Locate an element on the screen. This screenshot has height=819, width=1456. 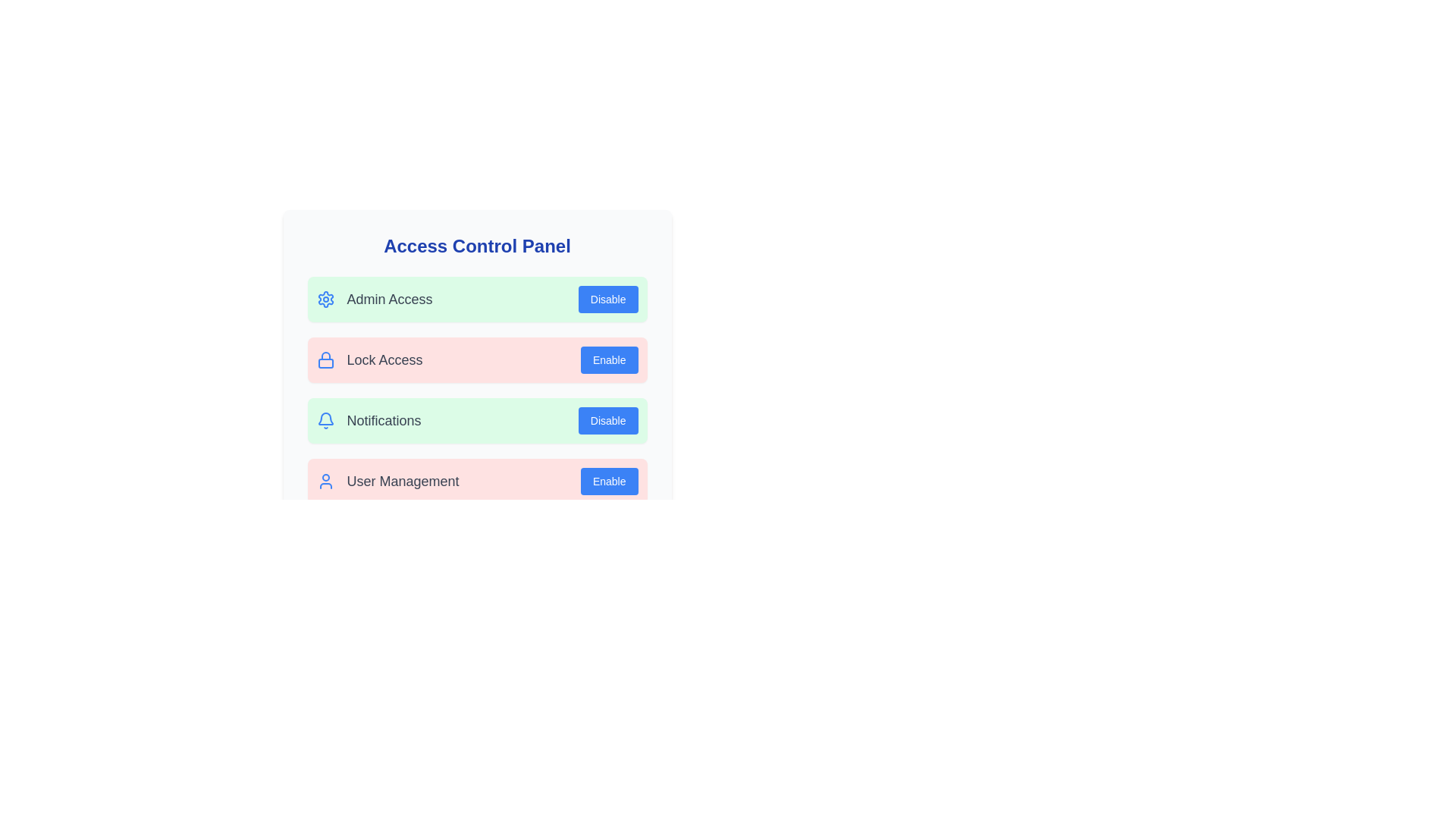
the 'Enable' button for 'Lock Access' to toggle its access is located at coordinates (609, 359).